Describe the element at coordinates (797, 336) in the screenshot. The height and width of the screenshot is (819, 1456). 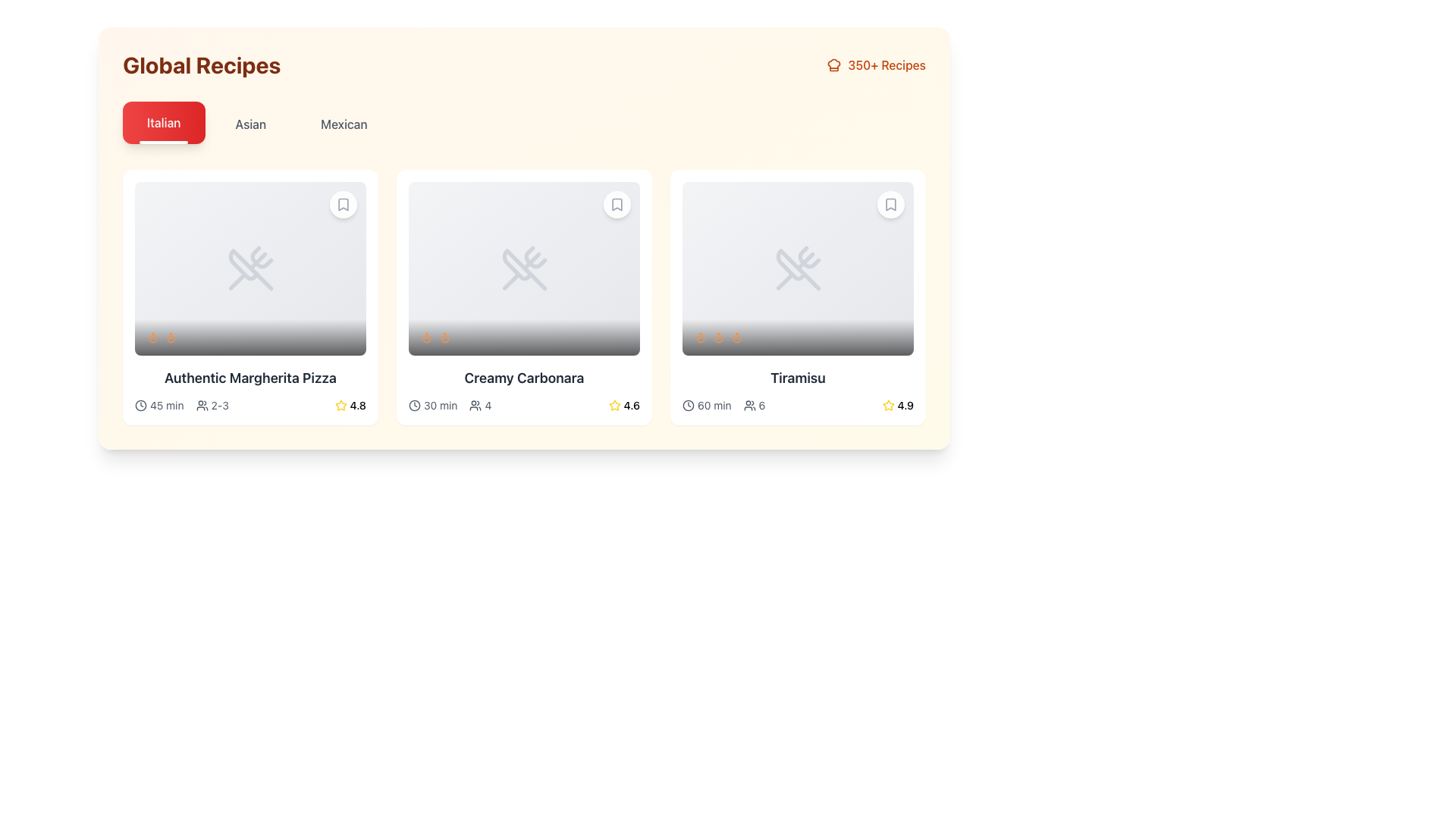
I see `the flame icons indicating the spiciness or heat level of the 'Tiramisu' recipe located at the bottom section of the recipe card` at that location.